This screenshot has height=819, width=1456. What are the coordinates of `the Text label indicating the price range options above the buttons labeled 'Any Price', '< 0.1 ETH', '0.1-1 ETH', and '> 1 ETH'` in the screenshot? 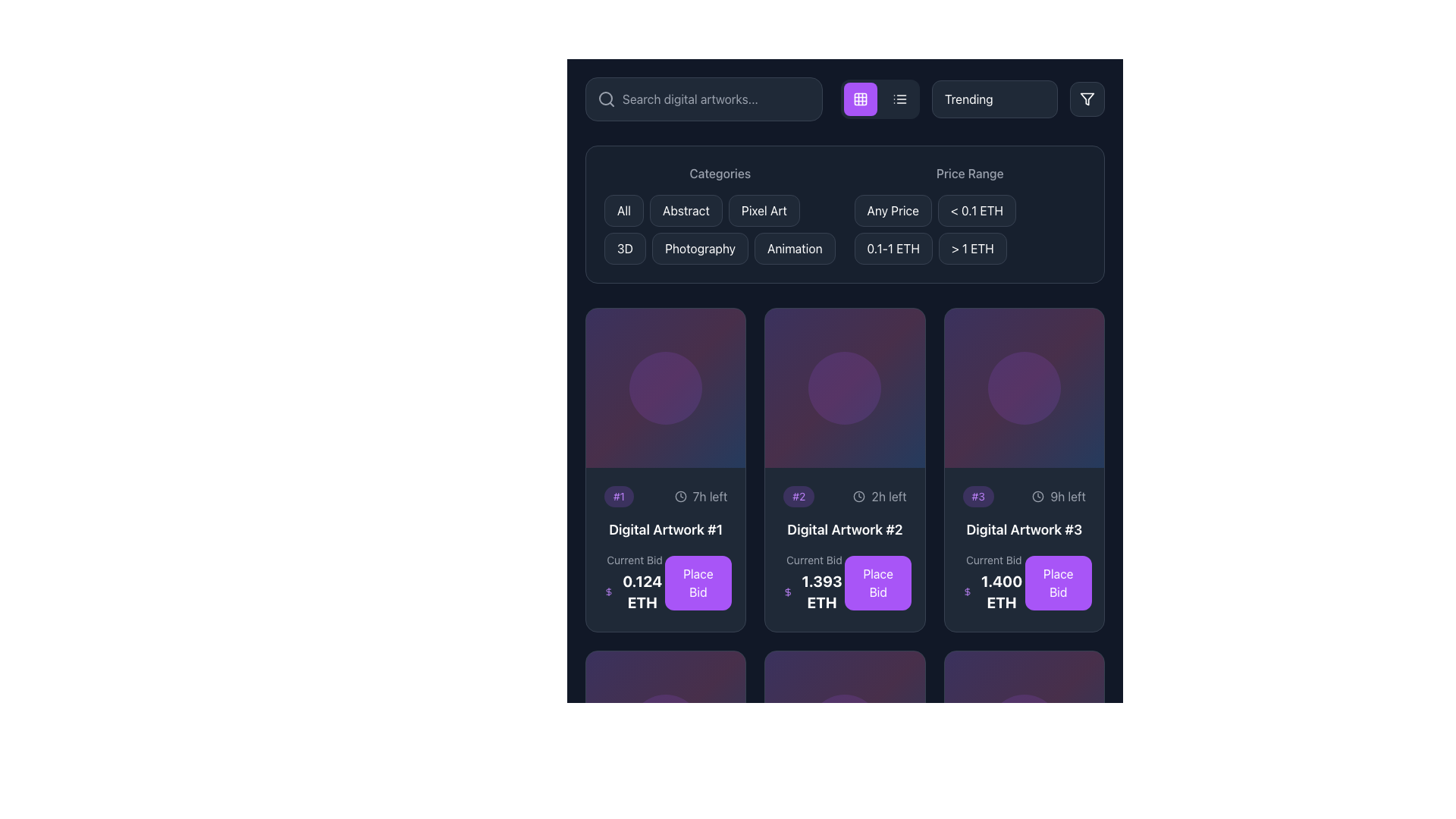 It's located at (969, 172).